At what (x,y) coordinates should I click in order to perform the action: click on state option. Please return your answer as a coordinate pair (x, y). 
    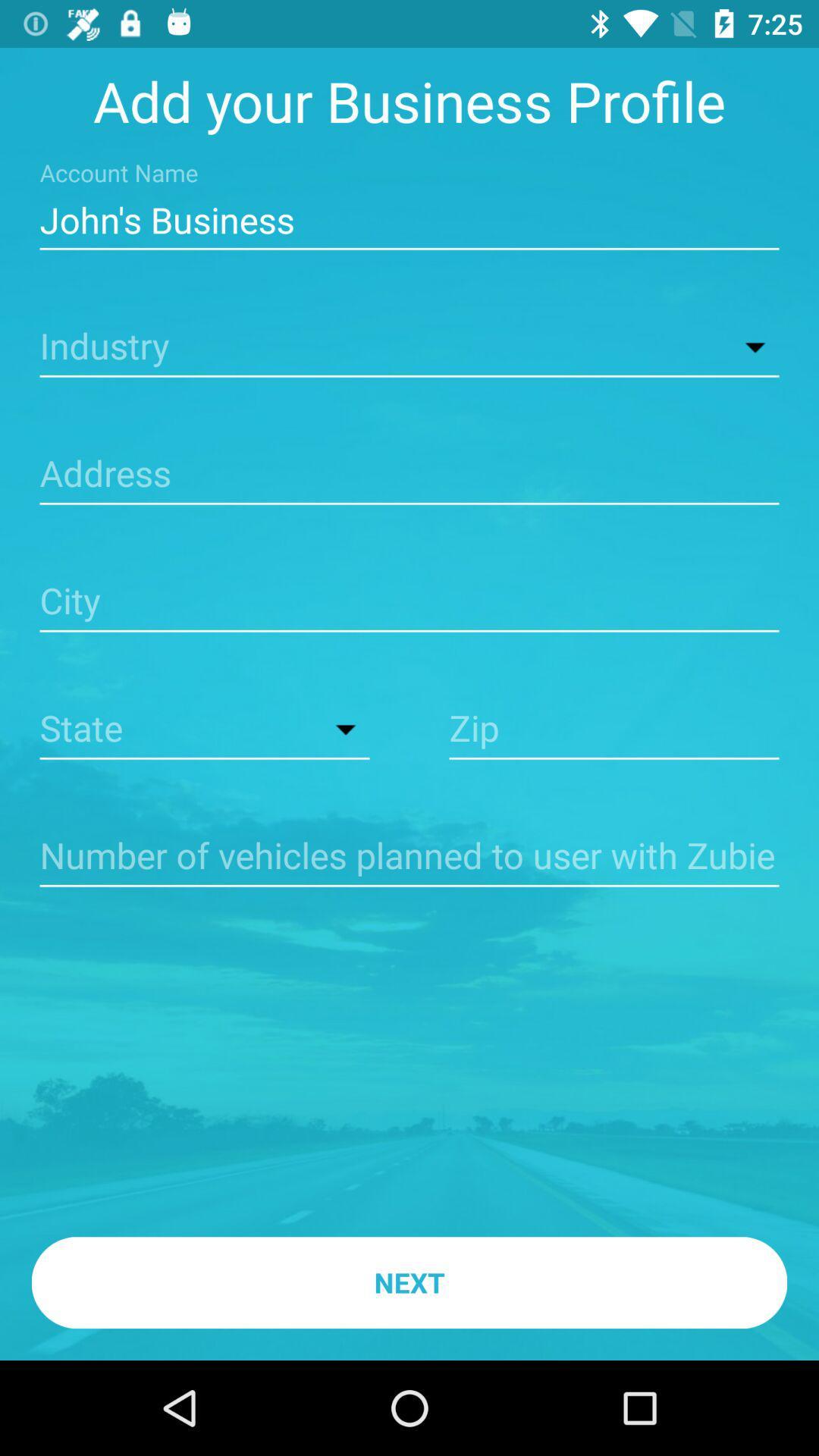
    Looking at the image, I should click on (205, 730).